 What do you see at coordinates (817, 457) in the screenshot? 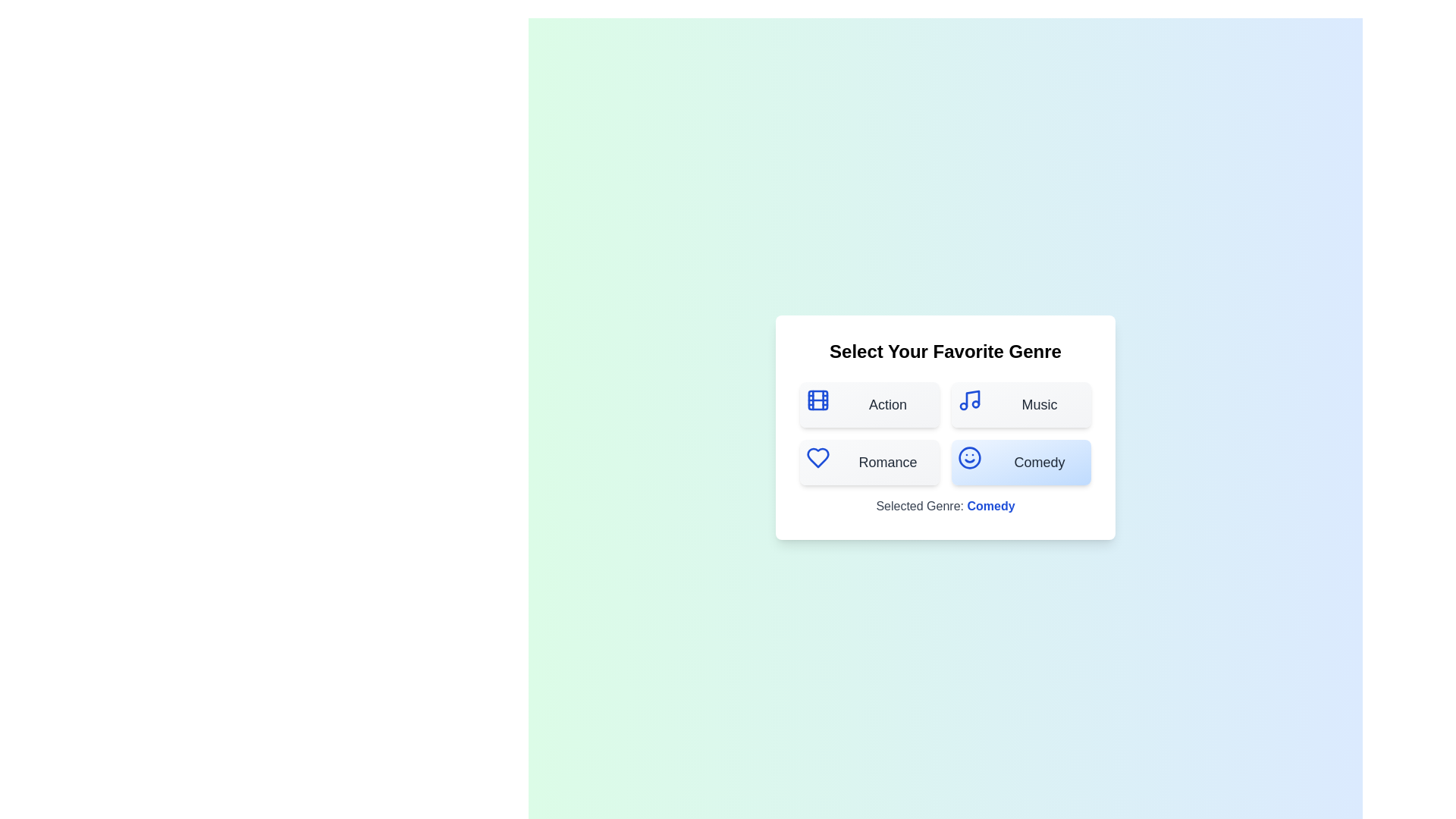
I see `the heart-shaped icon outline with a blue stroke located in the card titled 'Select Your Favorite Genre', positioned in the second row, first column to the left of the 'Romance' label` at bounding box center [817, 457].